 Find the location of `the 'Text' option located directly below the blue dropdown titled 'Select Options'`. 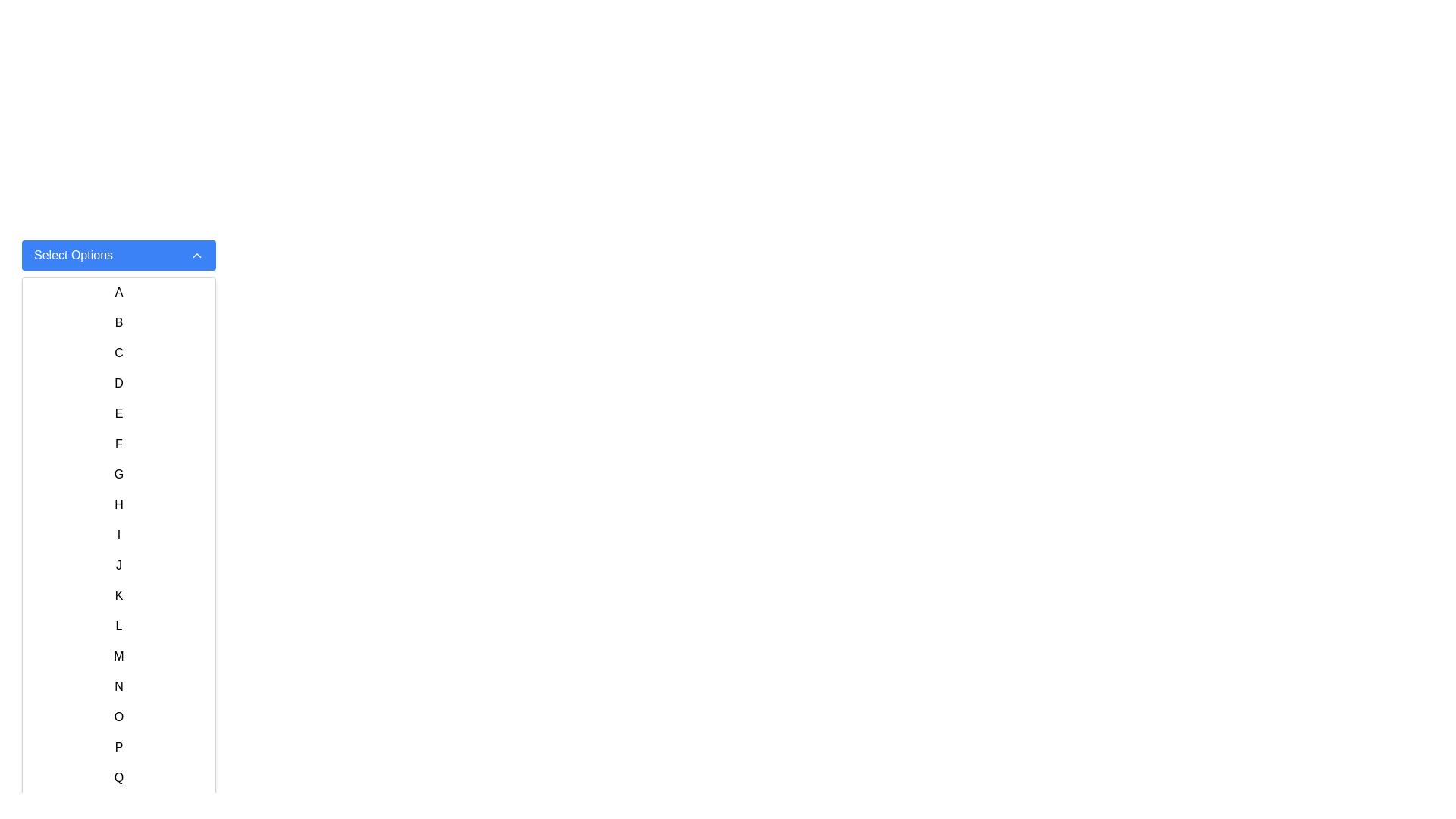

the 'Text' option located directly below the blue dropdown titled 'Select Options' is located at coordinates (118, 292).